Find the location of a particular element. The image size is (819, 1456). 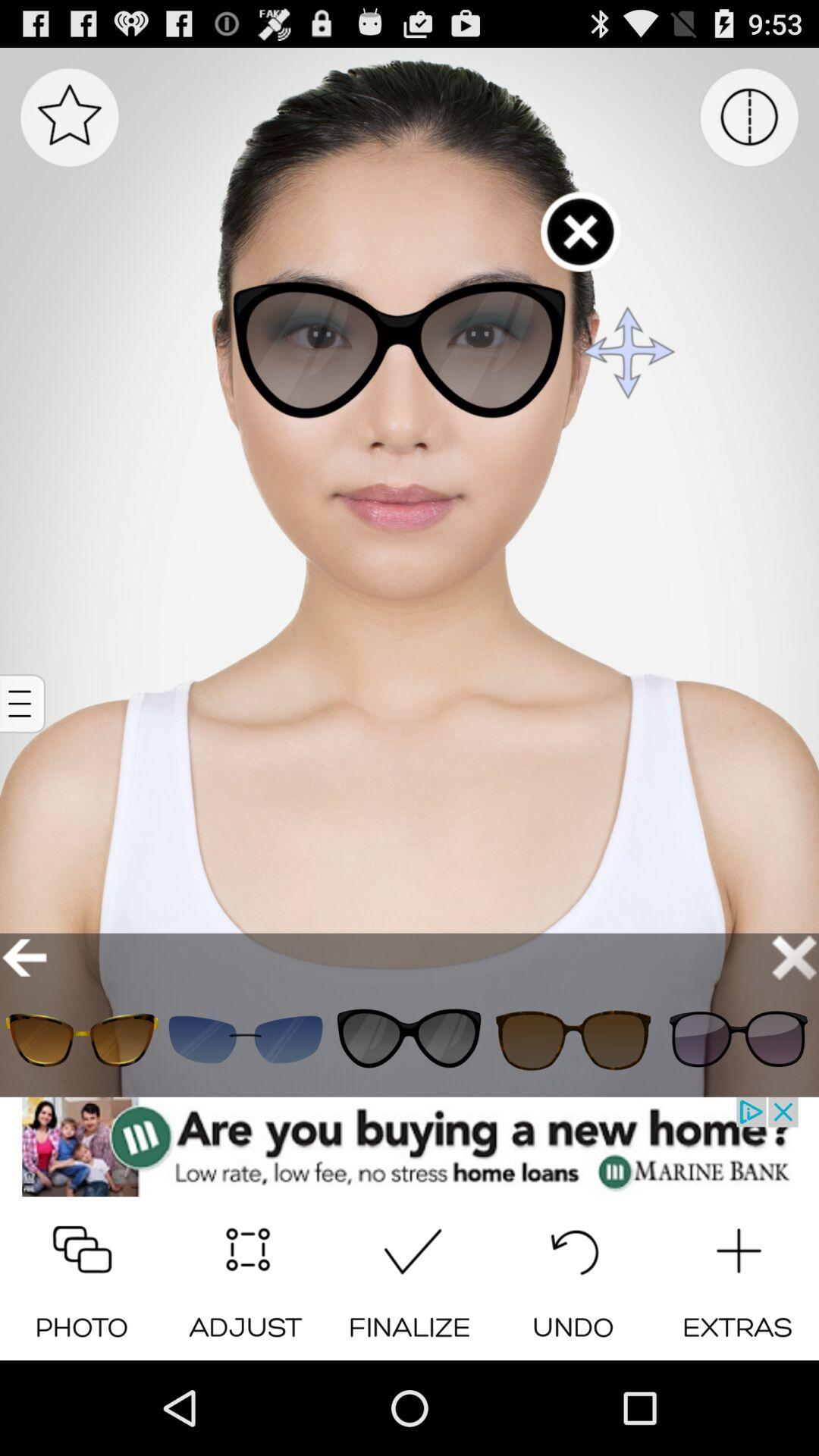

adventisment page is located at coordinates (409, 1147).